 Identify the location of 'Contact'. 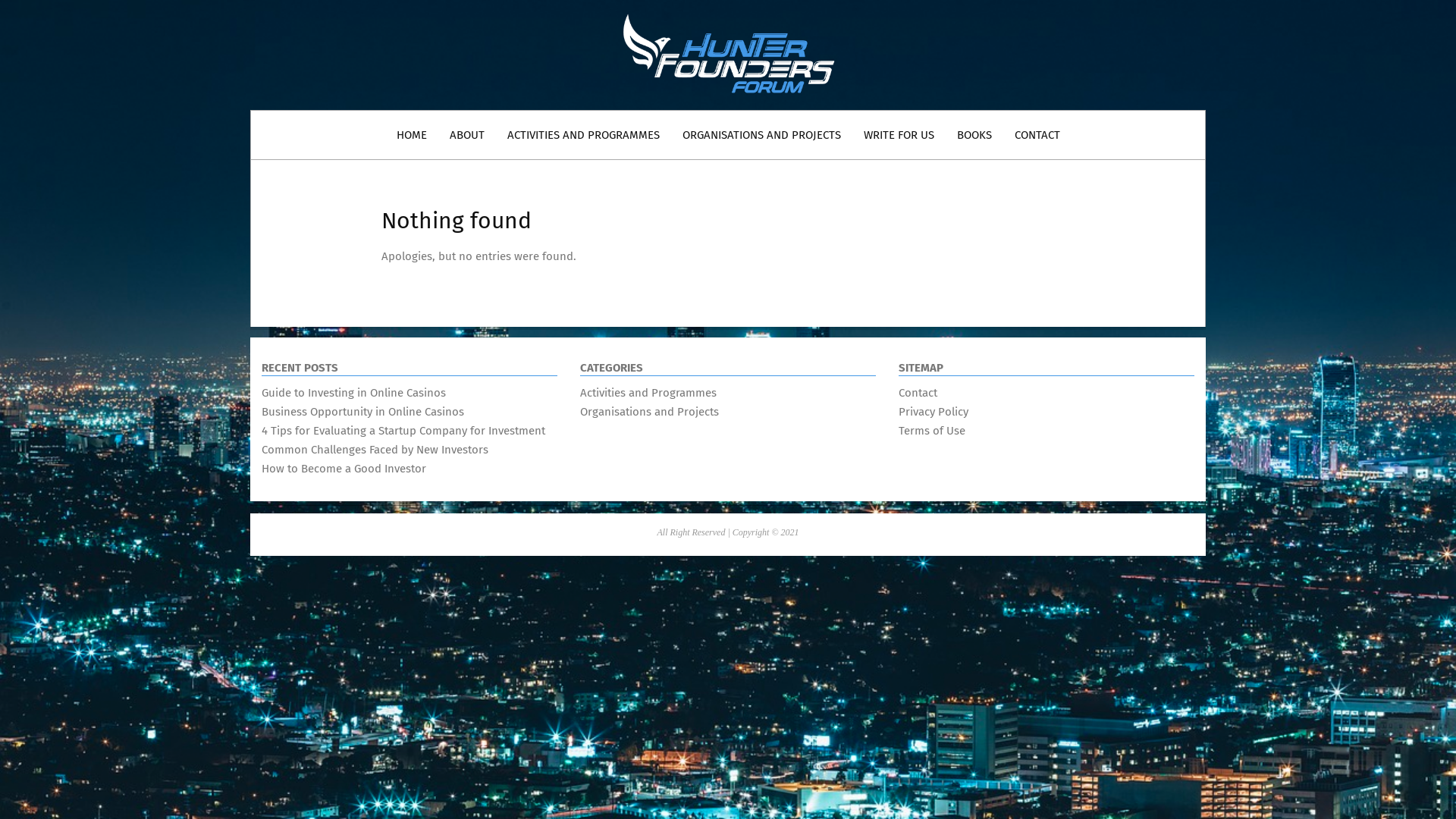
(917, 391).